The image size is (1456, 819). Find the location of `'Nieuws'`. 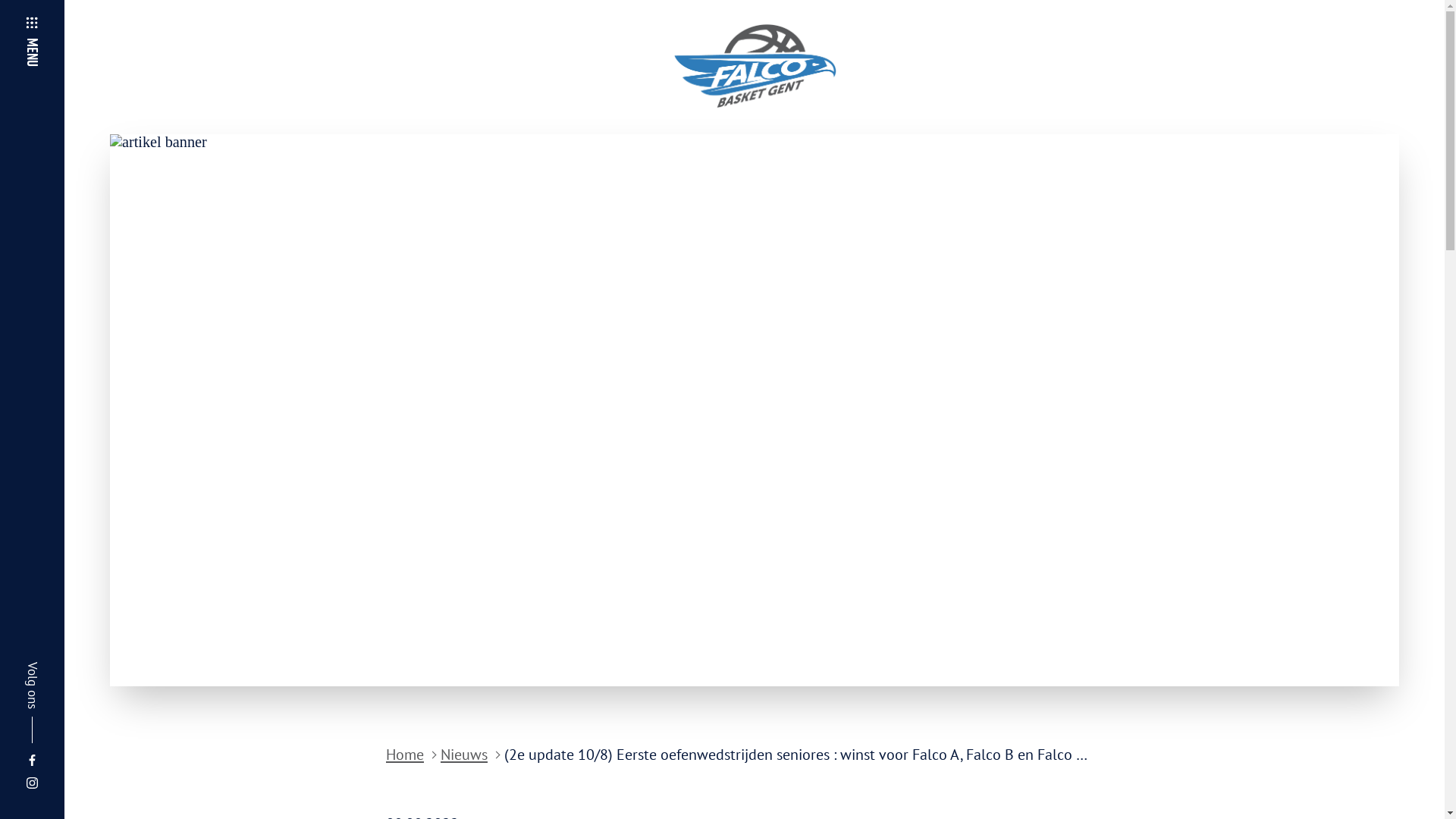

'Nieuws' is located at coordinates (463, 755).